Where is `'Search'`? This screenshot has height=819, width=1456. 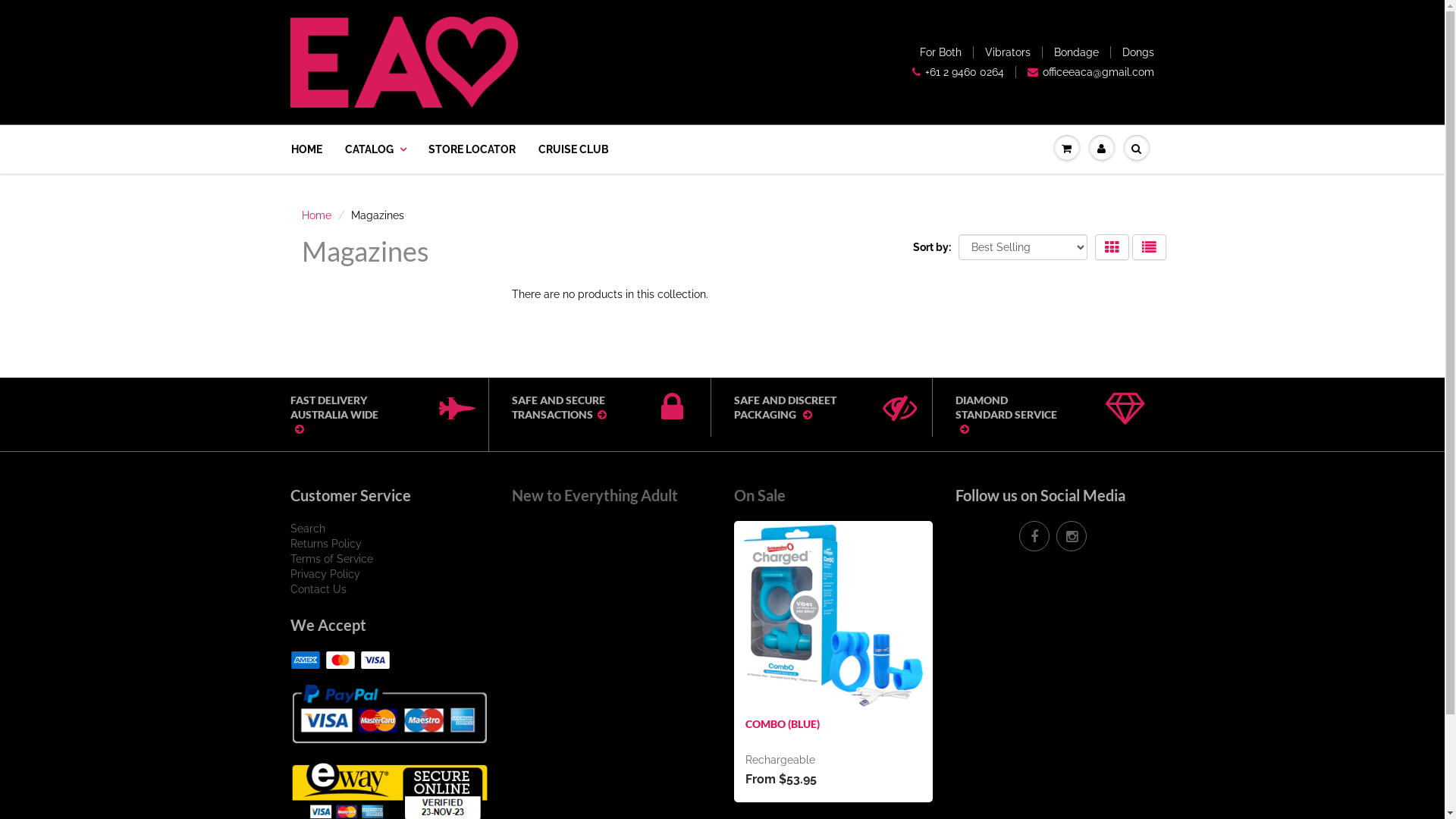 'Search' is located at coordinates (306, 528).